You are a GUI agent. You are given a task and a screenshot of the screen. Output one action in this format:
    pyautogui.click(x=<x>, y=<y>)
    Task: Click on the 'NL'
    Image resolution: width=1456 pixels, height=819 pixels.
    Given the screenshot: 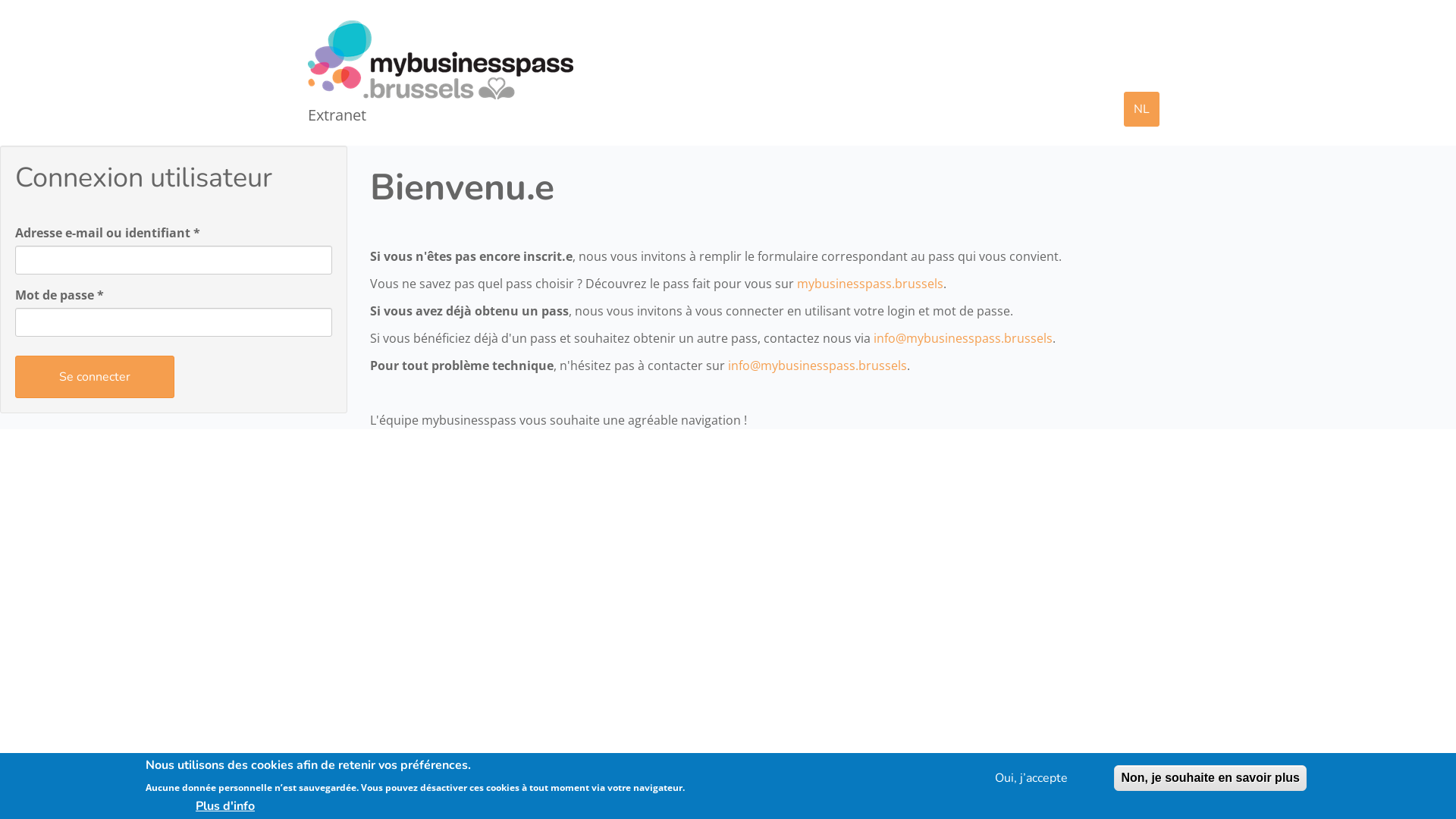 What is the action you would take?
    pyautogui.click(x=1141, y=108)
    